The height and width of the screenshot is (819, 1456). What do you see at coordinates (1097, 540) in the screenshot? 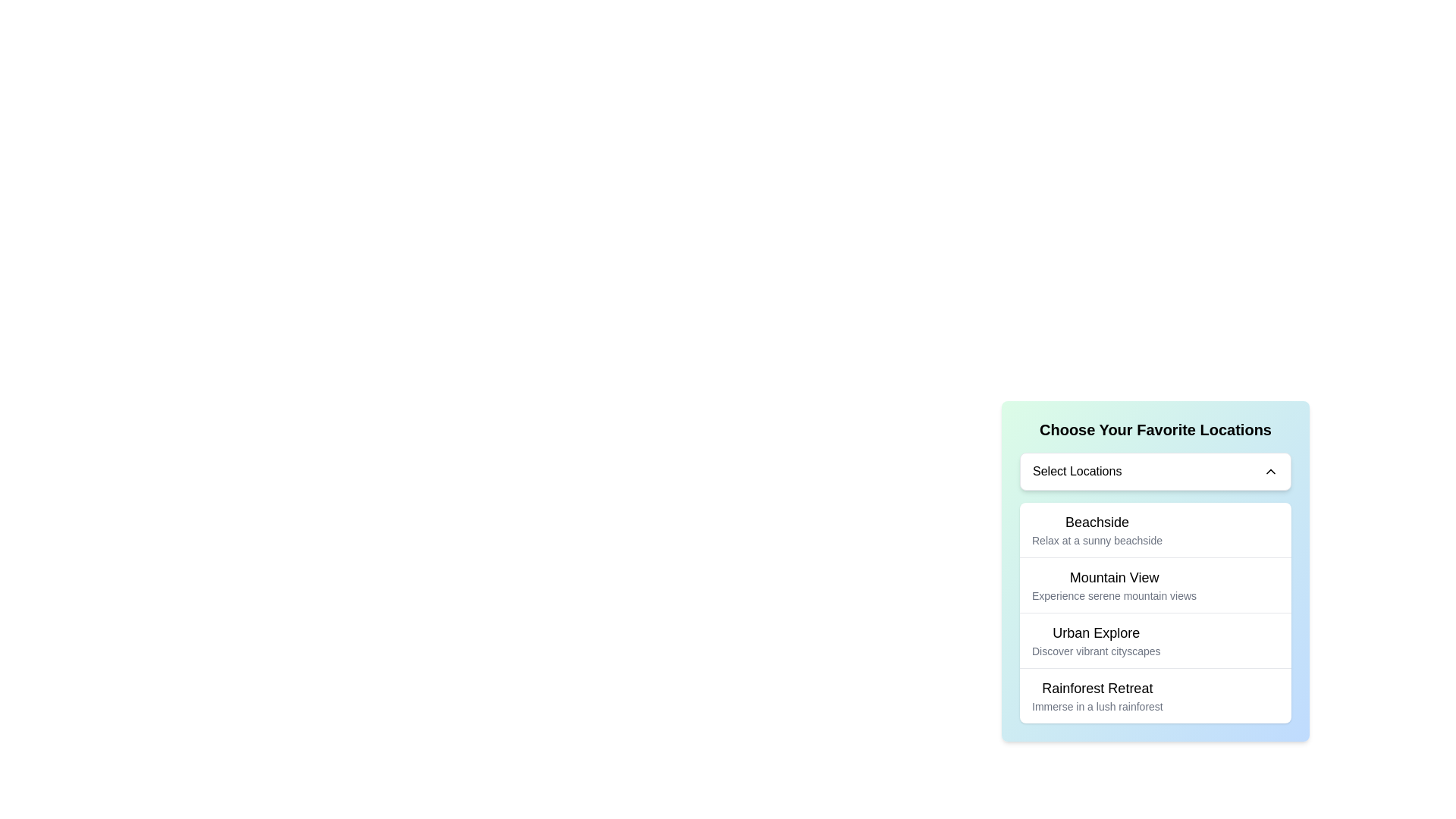
I see `the text label providing additional details about the 'Beachside' option, located below the 'Beachside' text label in the location options list` at bounding box center [1097, 540].